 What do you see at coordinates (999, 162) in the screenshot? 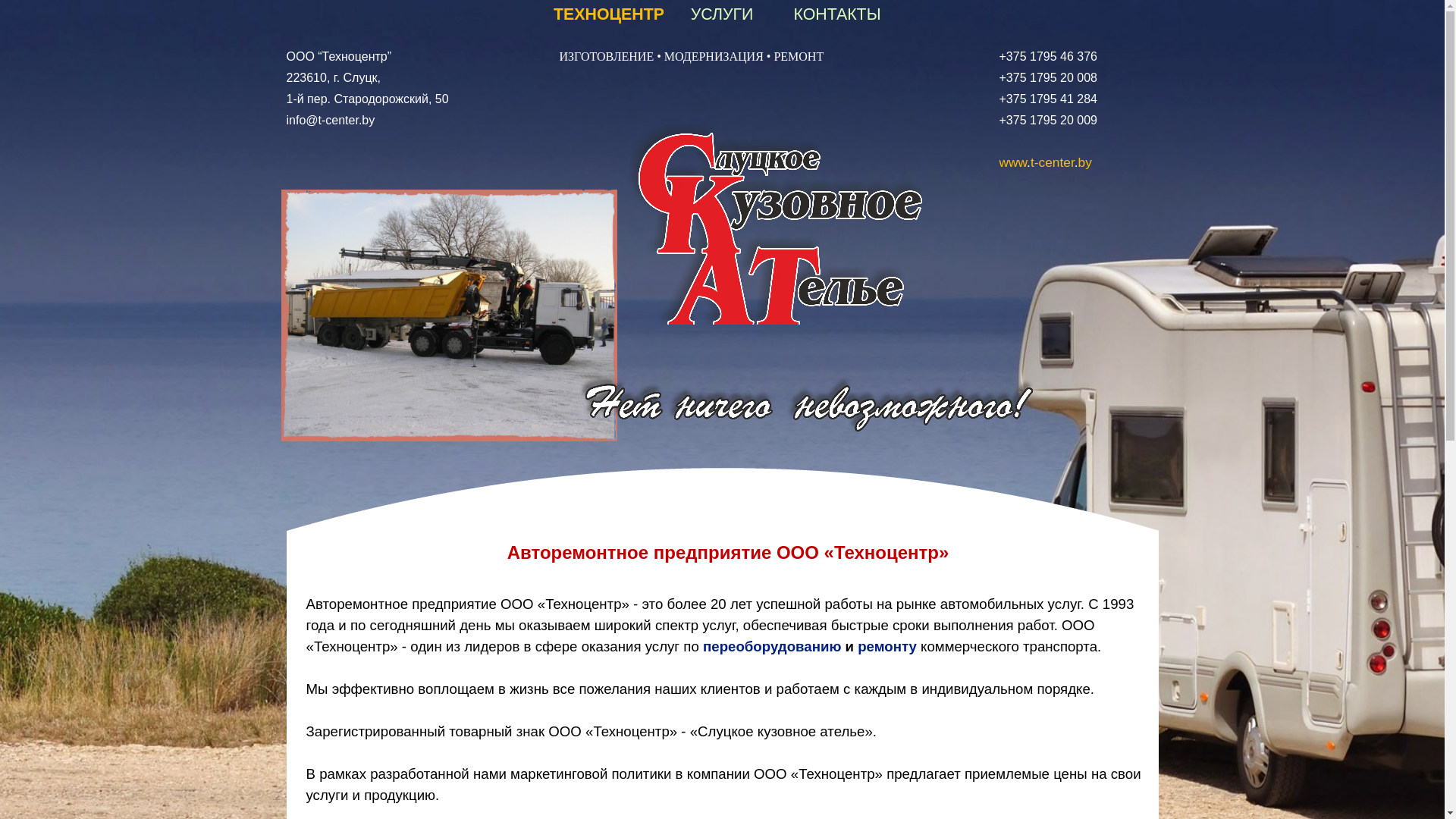
I see `'www.t-center.by'` at bounding box center [999, 162].